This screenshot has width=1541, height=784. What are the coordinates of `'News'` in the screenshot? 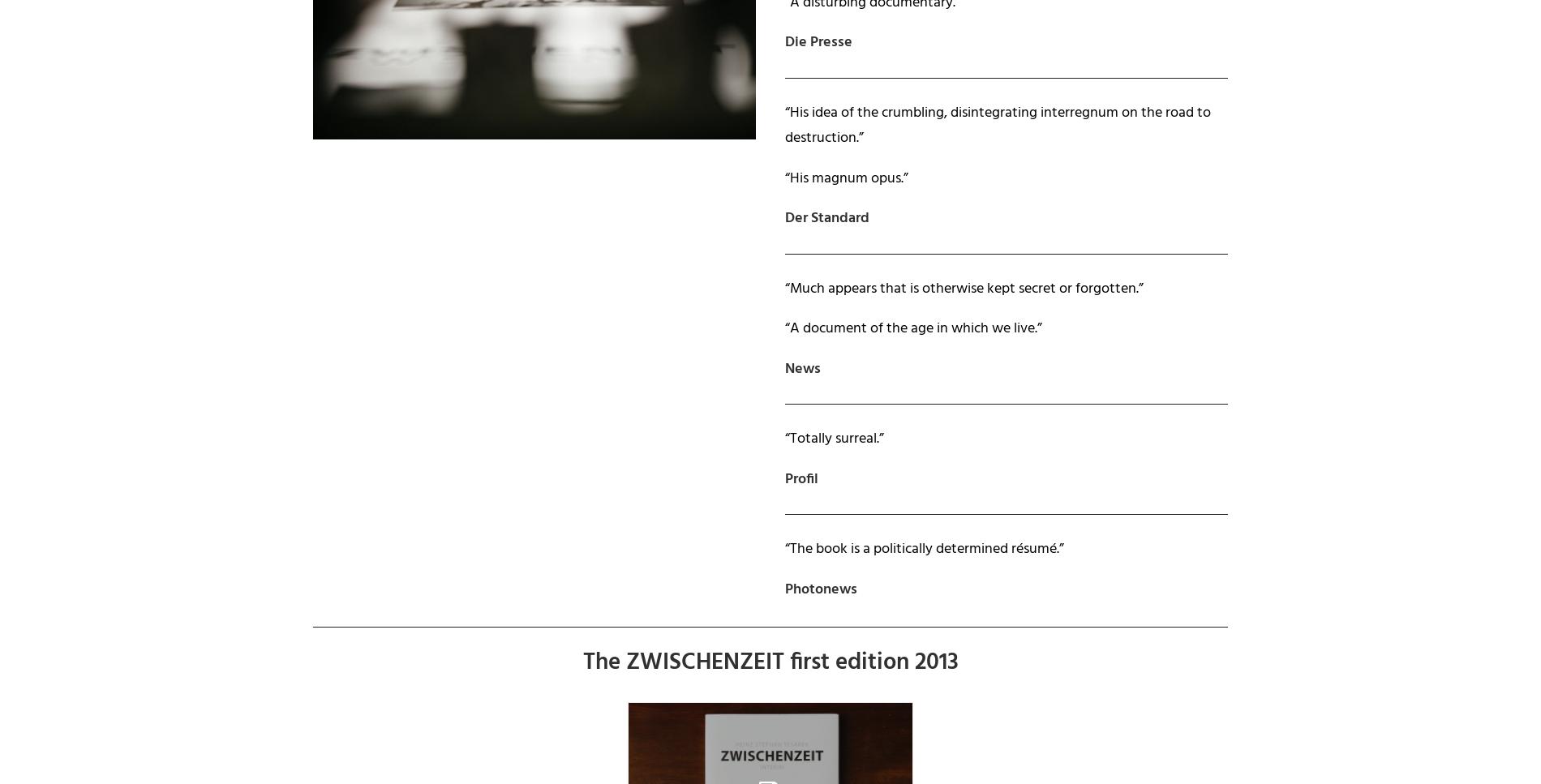 It's located at (803, 368).